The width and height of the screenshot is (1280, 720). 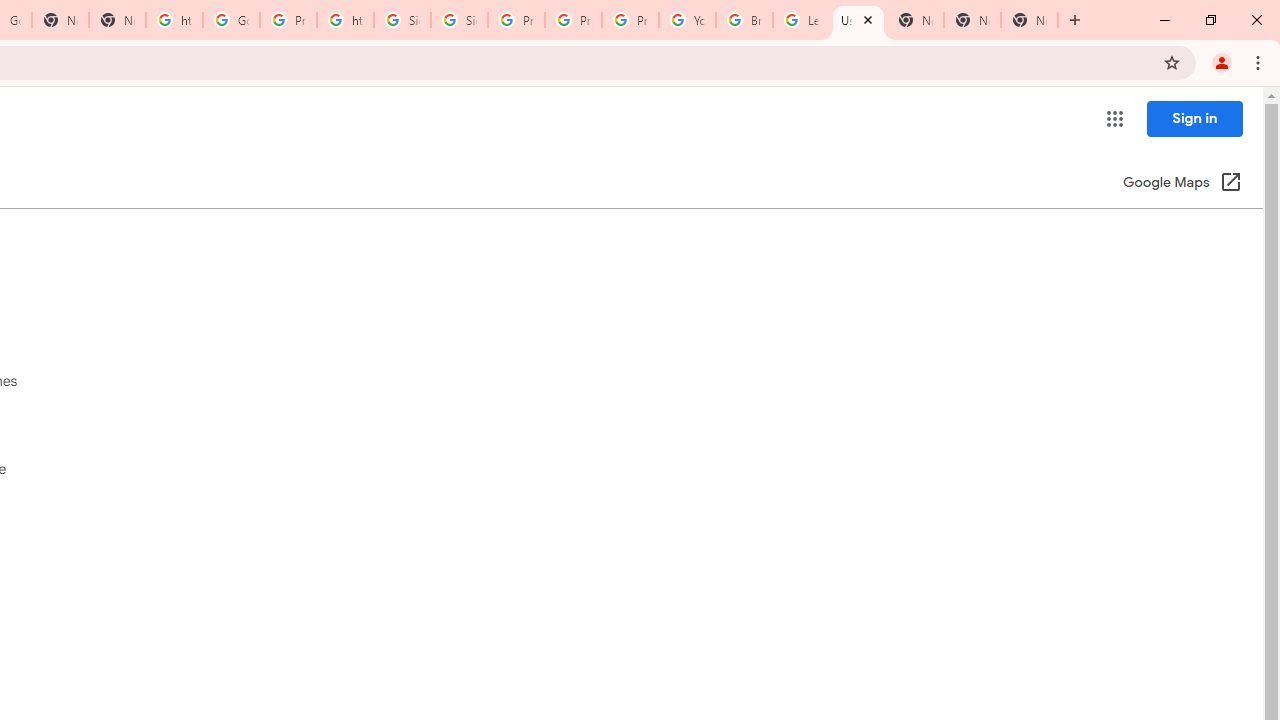 I want to click on 'Browse Chrome as a guest - Computer - Google Chrome Help', so click(x=743, y=20).